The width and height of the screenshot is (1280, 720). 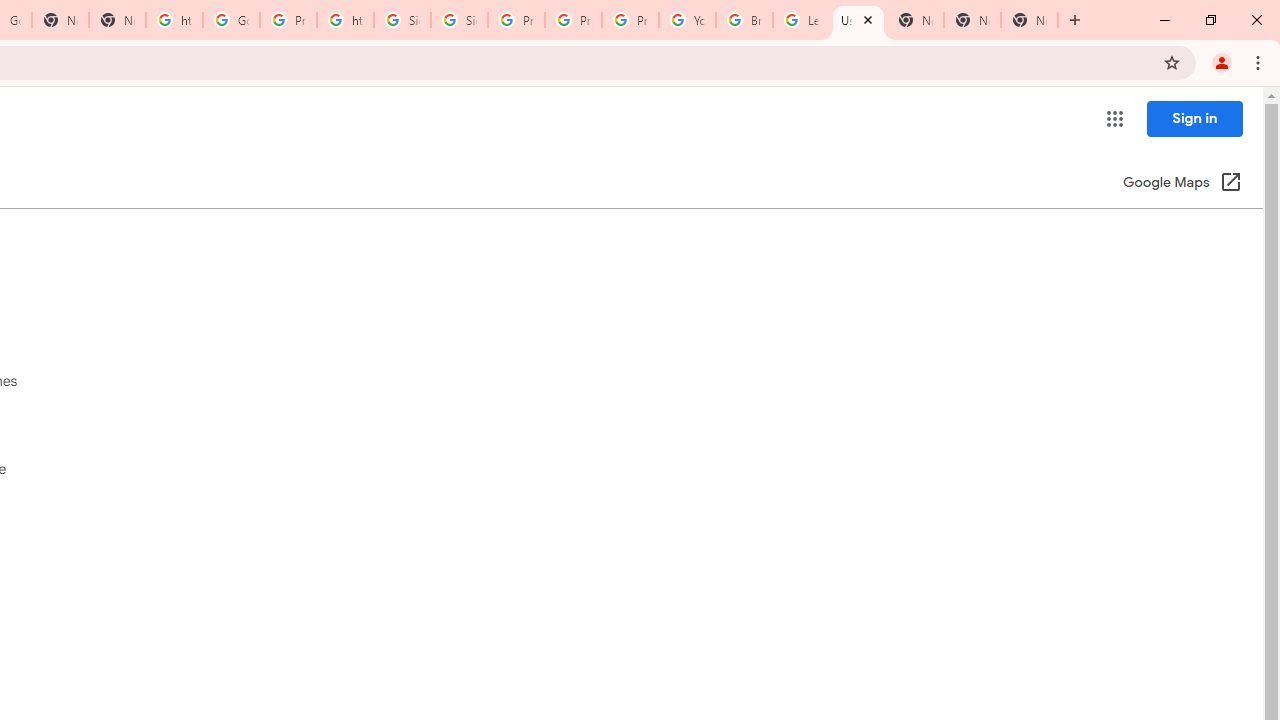 I want to click on 'Browse Chrome as a guest - Computer - Google Chrome Help', so click(x=743, y=20).